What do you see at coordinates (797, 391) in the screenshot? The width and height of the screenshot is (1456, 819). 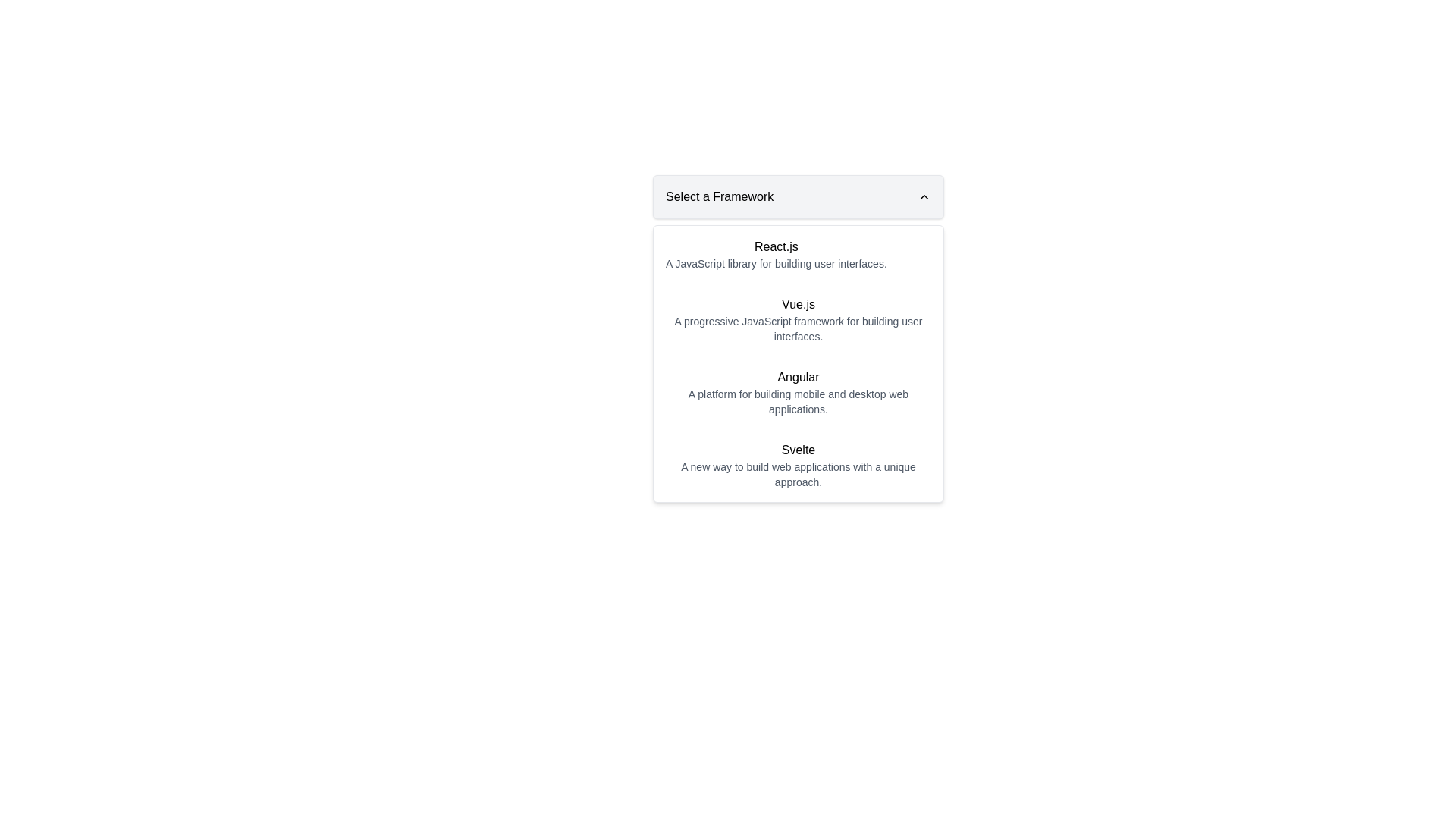 I see `the third list item in the dropdown menu that displays 'Angular' in bold text and describes it as 'A platform for building mobile and desktop web applications.'` at bounding box center [797, 391].